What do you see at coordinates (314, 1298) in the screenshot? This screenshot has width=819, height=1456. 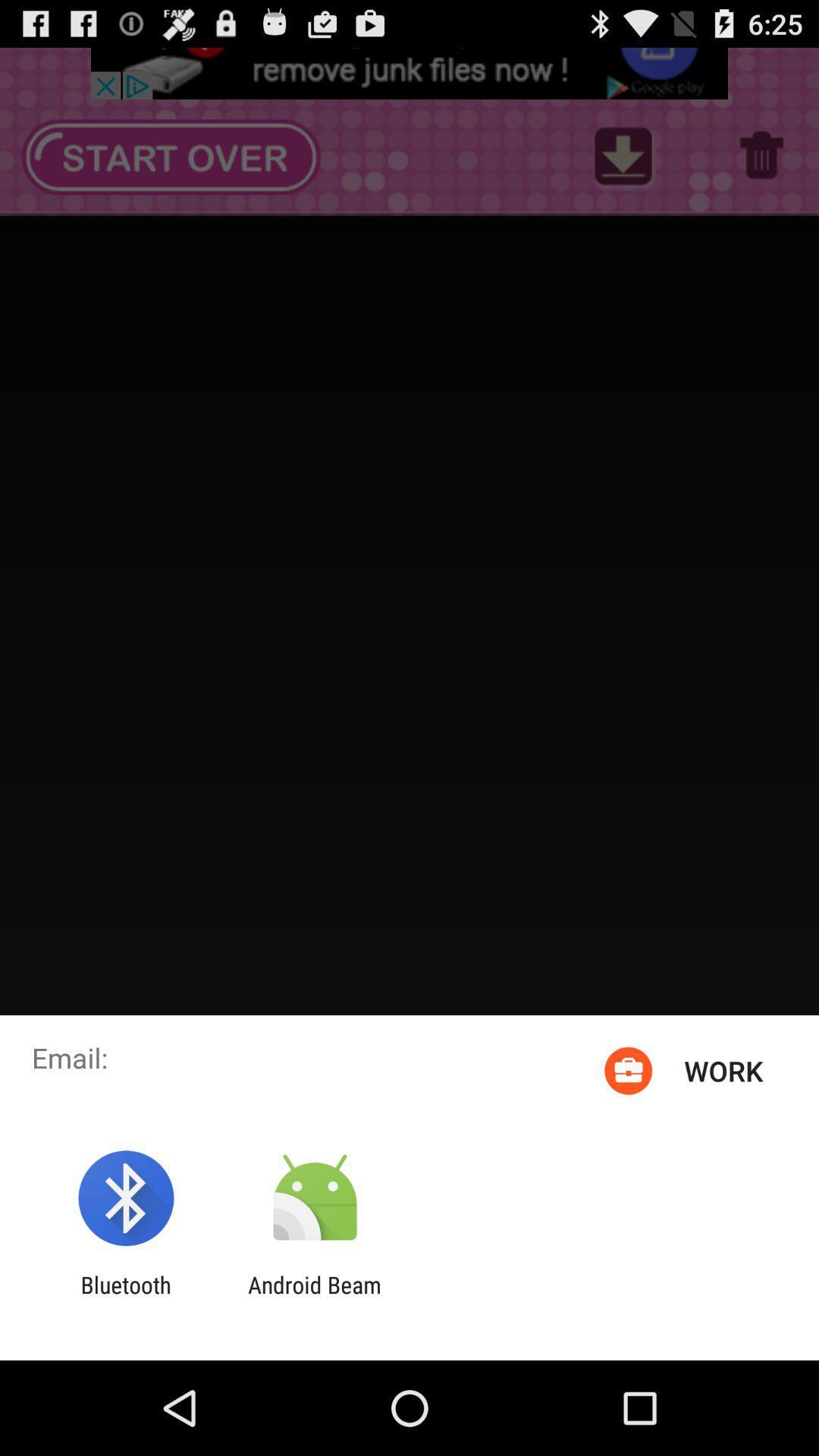 I see `app to the right of the bluetooth app` at bounding box center [314, 1298].